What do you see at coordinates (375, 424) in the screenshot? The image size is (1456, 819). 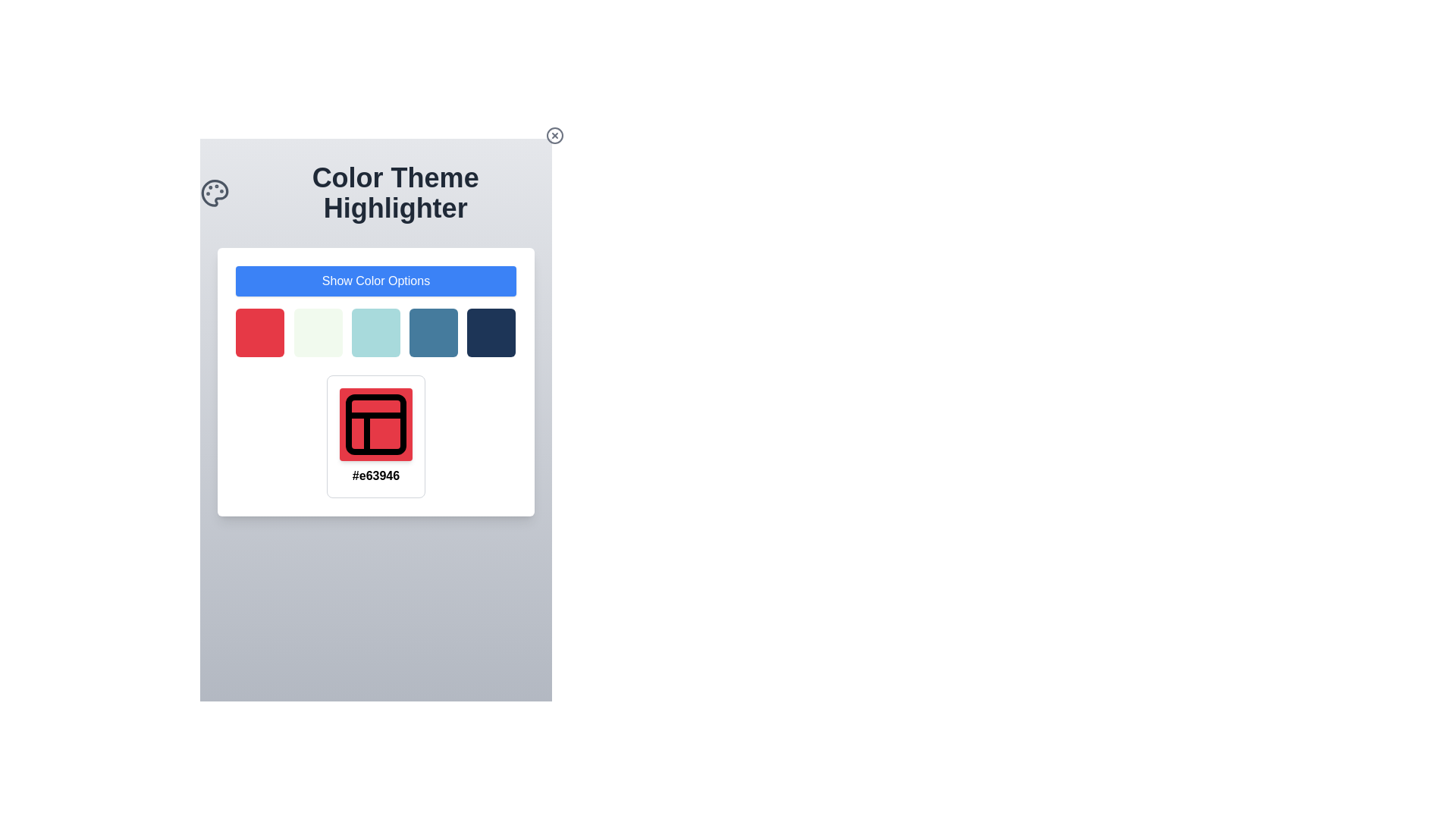 I see `the color theme icon represented by the color '#e63946', which is positioned within a white rounded rectangle above the bold text '#e63946'` at bounding box center [375, 424].